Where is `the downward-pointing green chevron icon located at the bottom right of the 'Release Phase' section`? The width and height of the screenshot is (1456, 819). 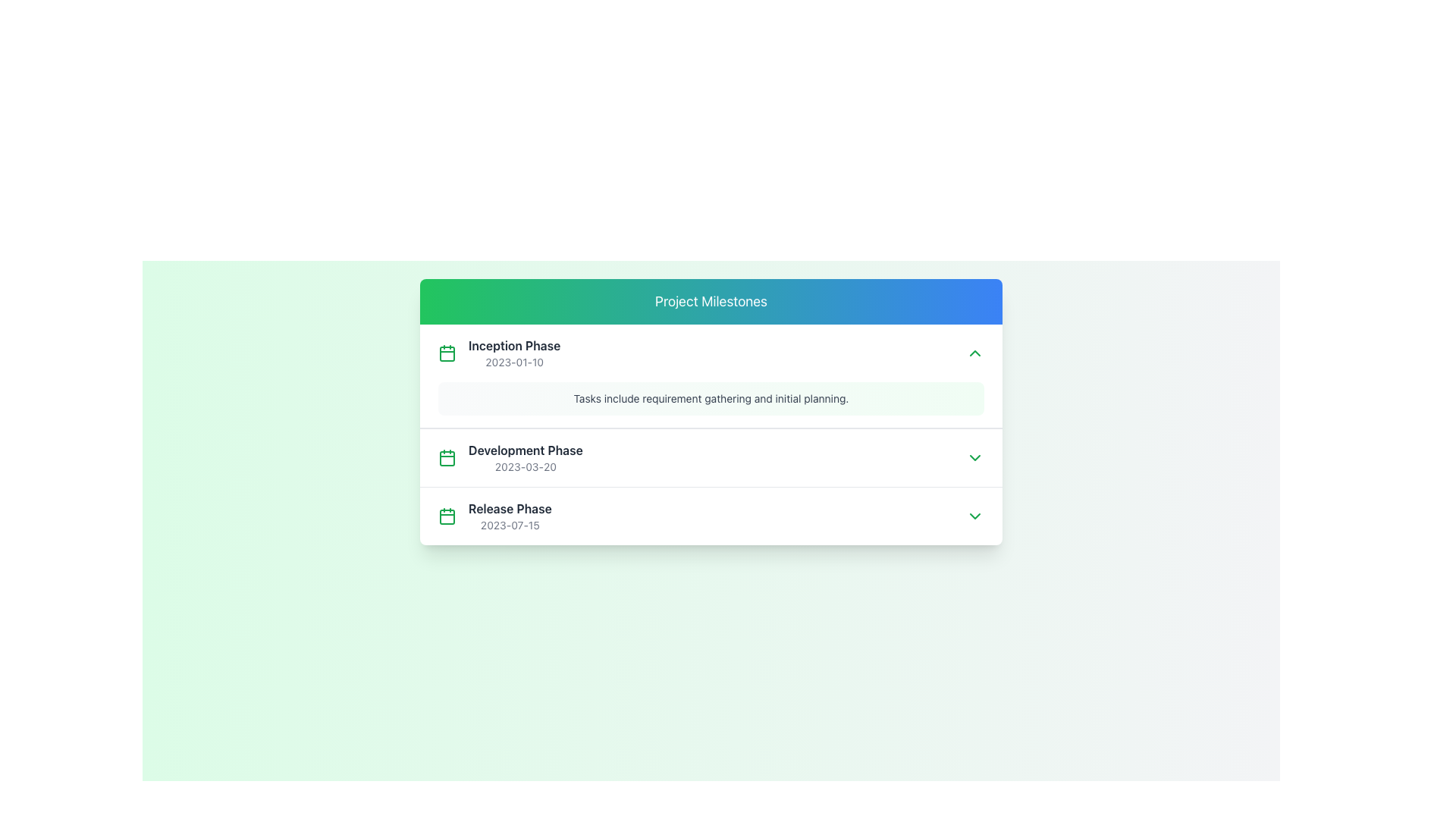
the downward-pointing green chevron icon located at the bottom right of the 'Release Phase' section is located at coordinates (975, 516).